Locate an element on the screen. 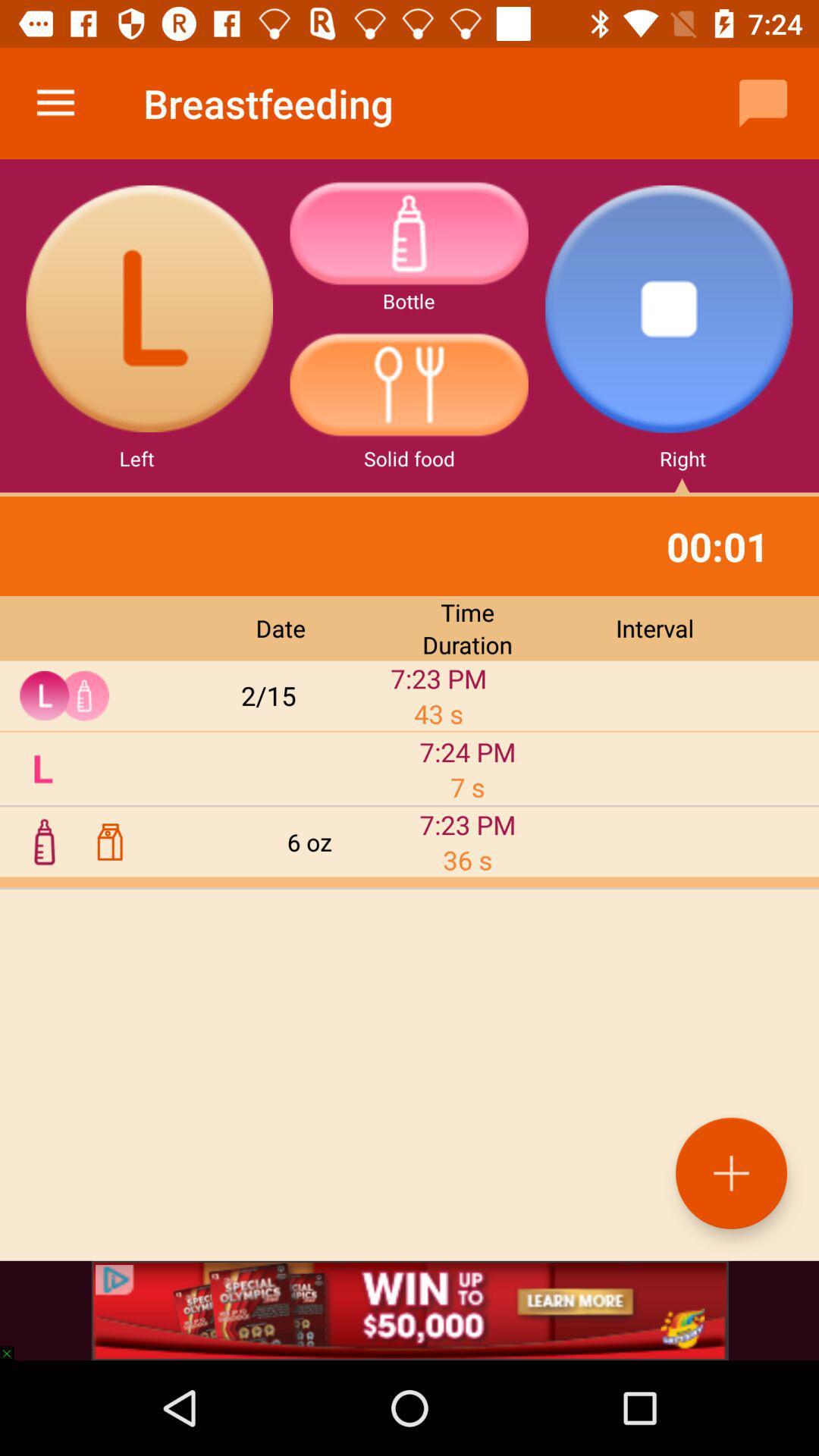 This screenshot has height=1456, width=819. the add icon is located at coordinates (730, 1172).